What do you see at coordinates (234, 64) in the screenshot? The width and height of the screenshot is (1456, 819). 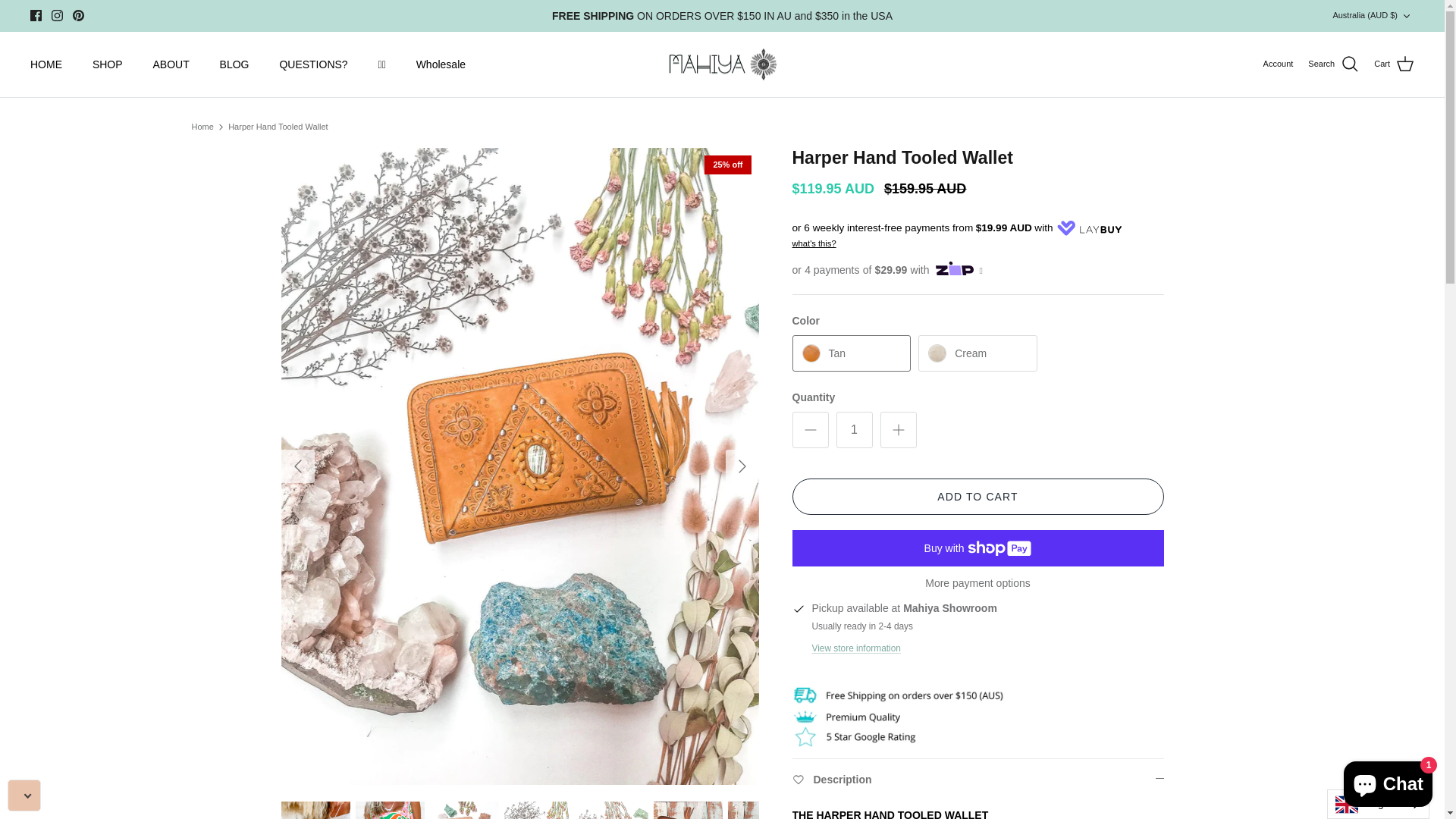 I see `'BLOG'` at bounding box center [234, 64].